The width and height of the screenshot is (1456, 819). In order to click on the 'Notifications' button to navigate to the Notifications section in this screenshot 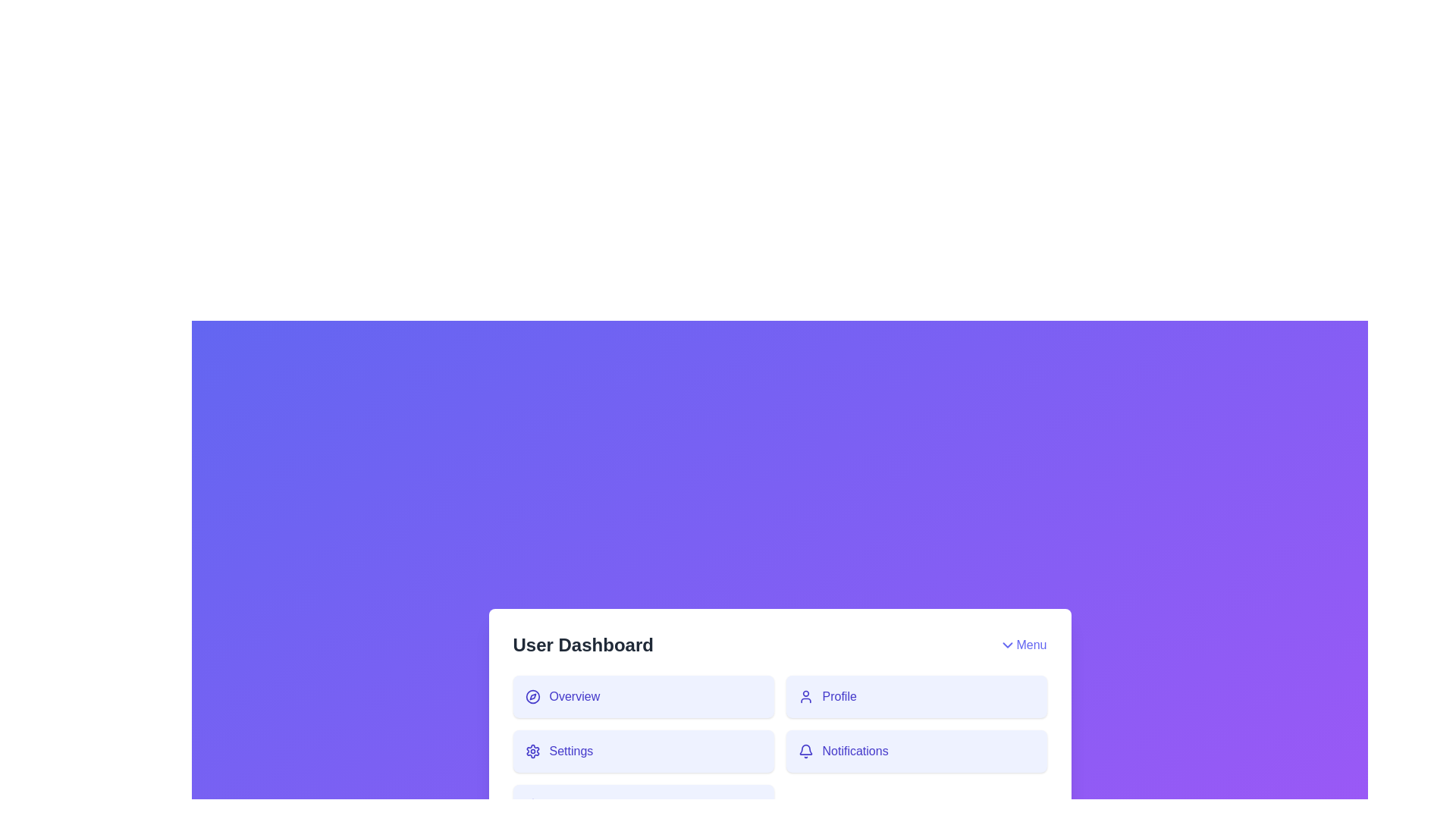, I will do `click(915, 752)`.